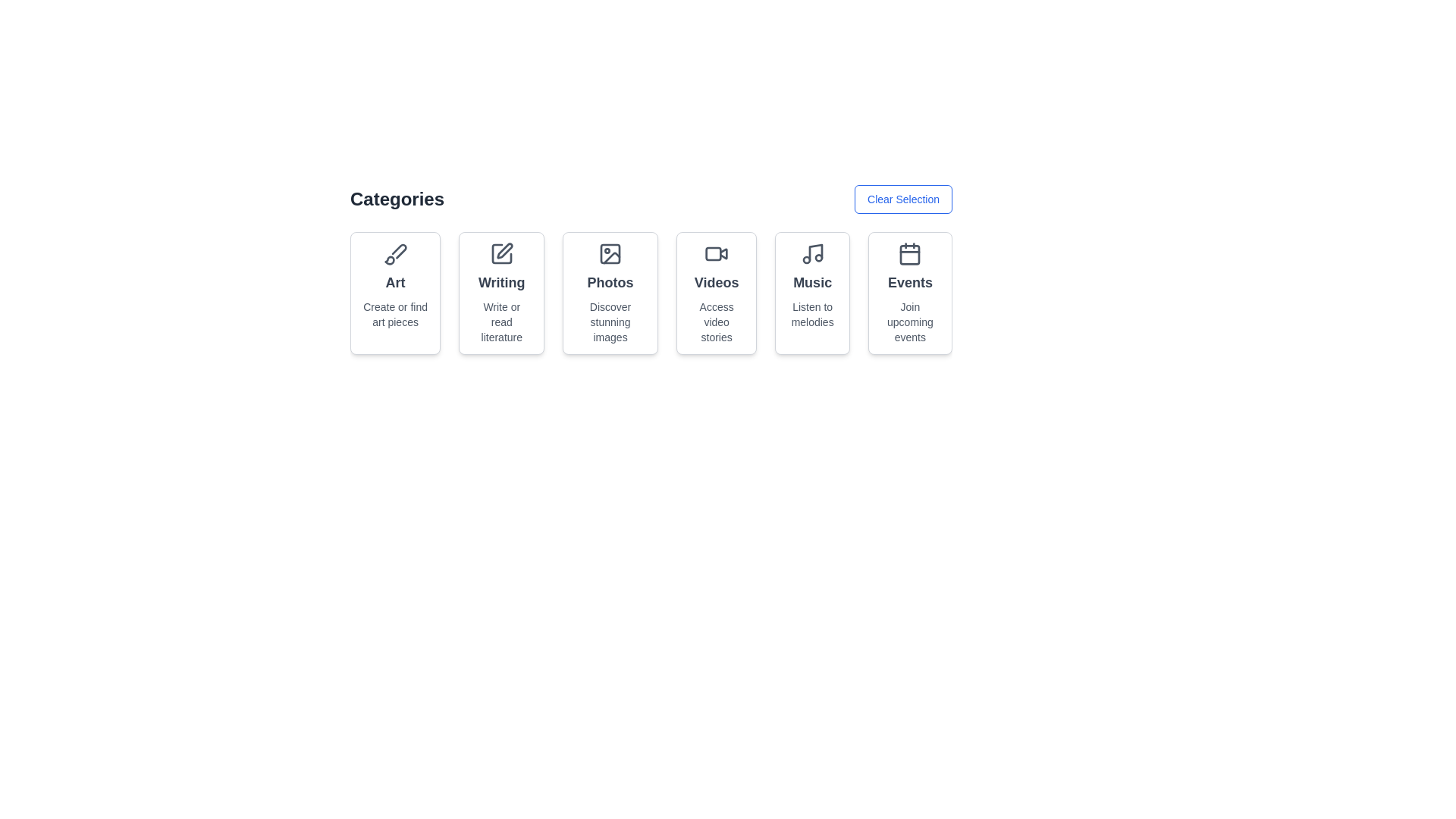 This screenshot has height=819, width=1456. What do you see at coordinates (395, 253) in the screenshot?
I see `the SVG icon resembling a brush located at the top of the 'Art' category card, directly above the text 'Art'` at bounding box center [395, 253].